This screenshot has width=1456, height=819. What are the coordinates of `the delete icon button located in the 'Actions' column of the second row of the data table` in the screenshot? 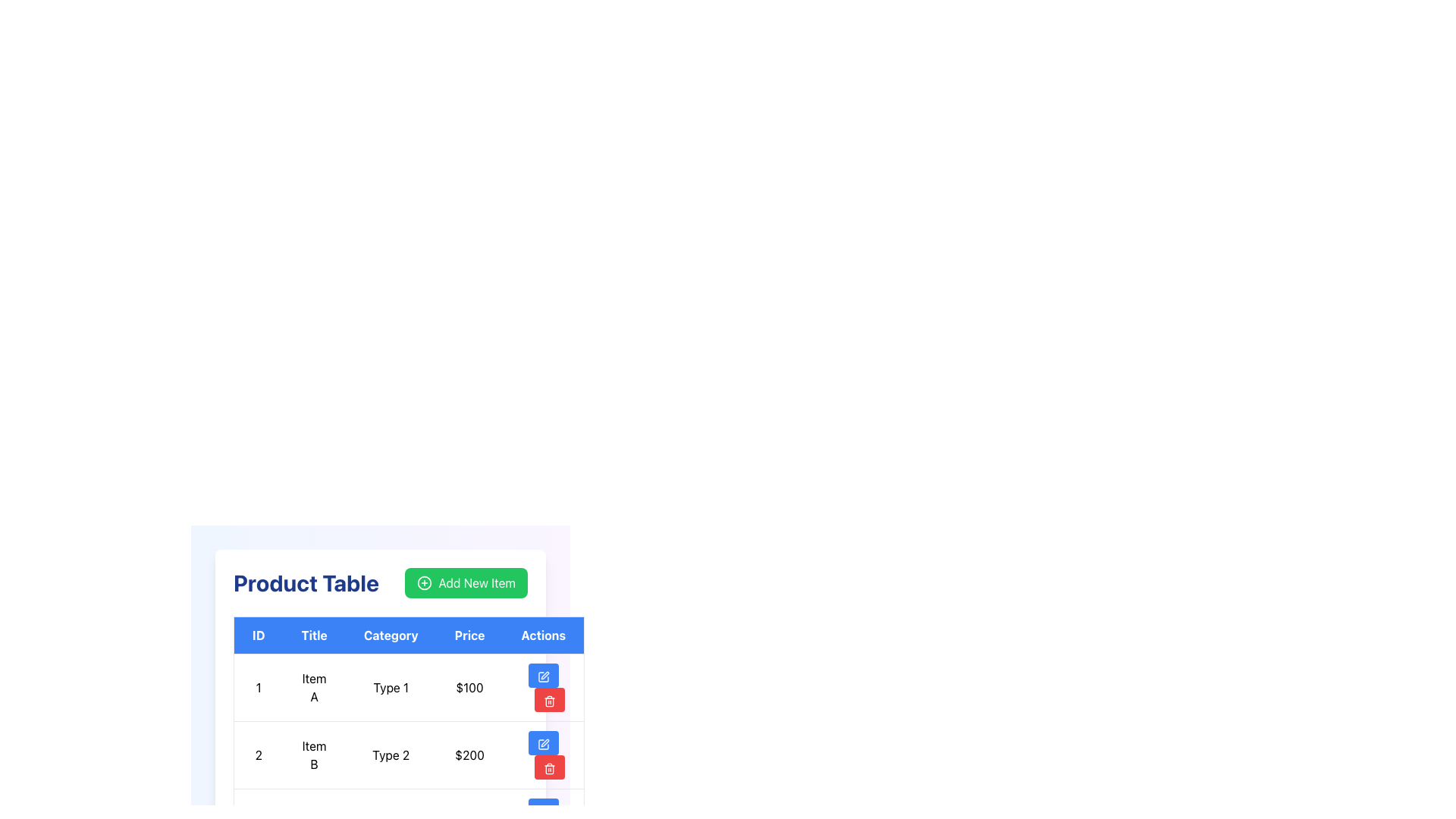 It's located at (548, 768).